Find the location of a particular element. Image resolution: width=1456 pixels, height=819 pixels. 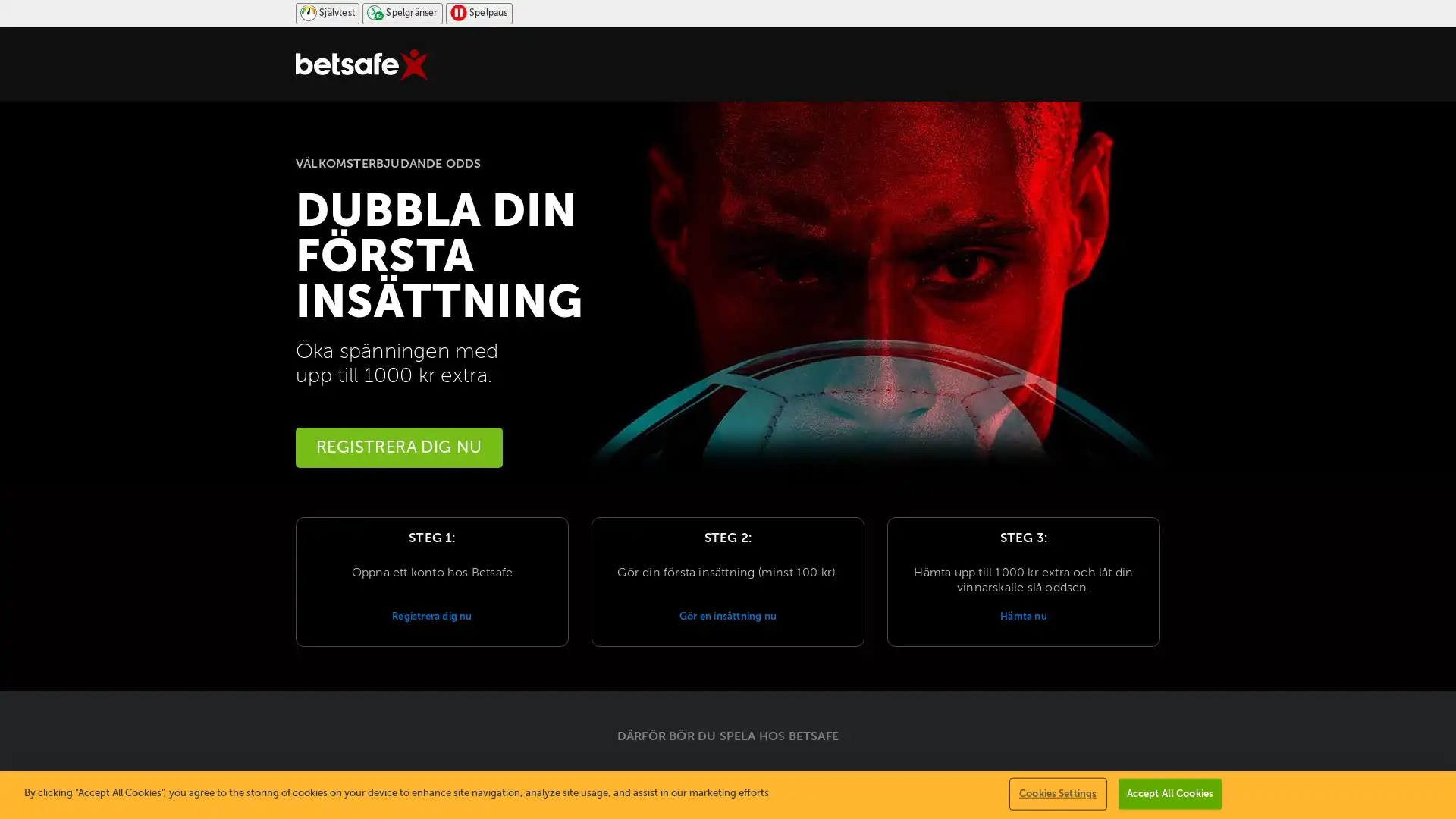

Accept All Cookies is located at coordinates (1169, 792).